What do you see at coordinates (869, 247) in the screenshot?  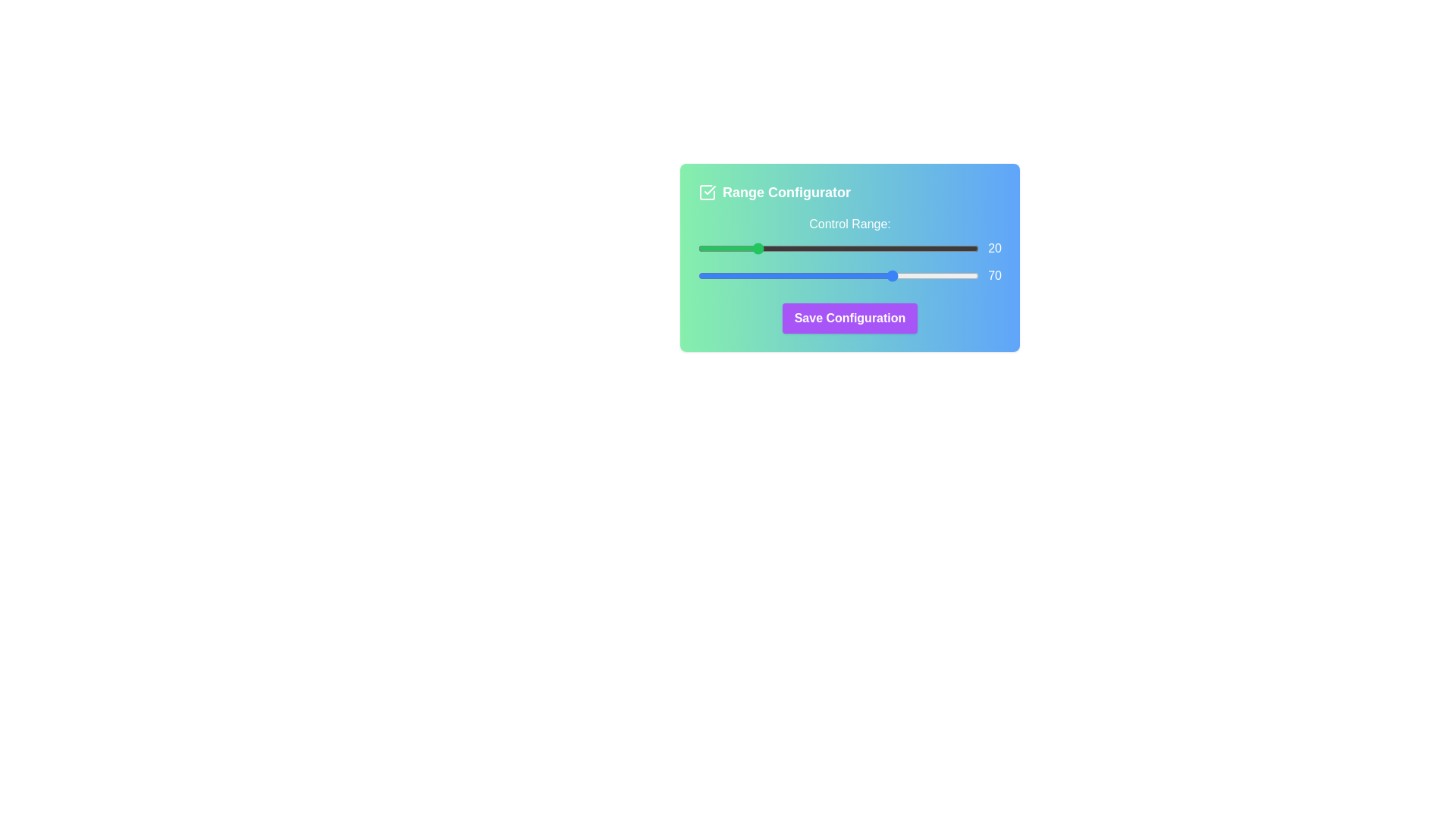 I see `the start range slider to set the value to 61` at bounding box center [869, 247].